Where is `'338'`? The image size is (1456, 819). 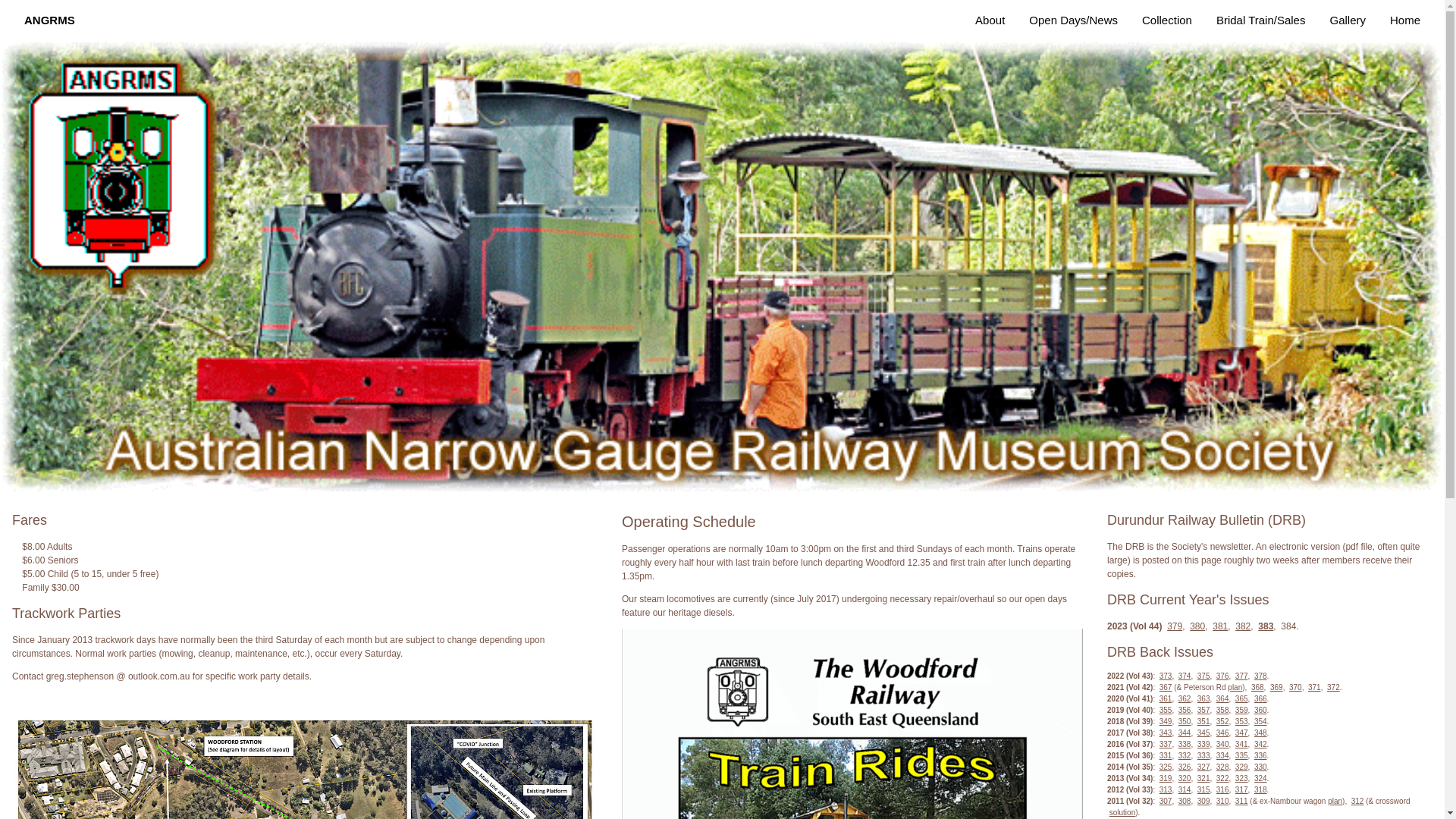
'338' is located at coordinates (1178, 743).